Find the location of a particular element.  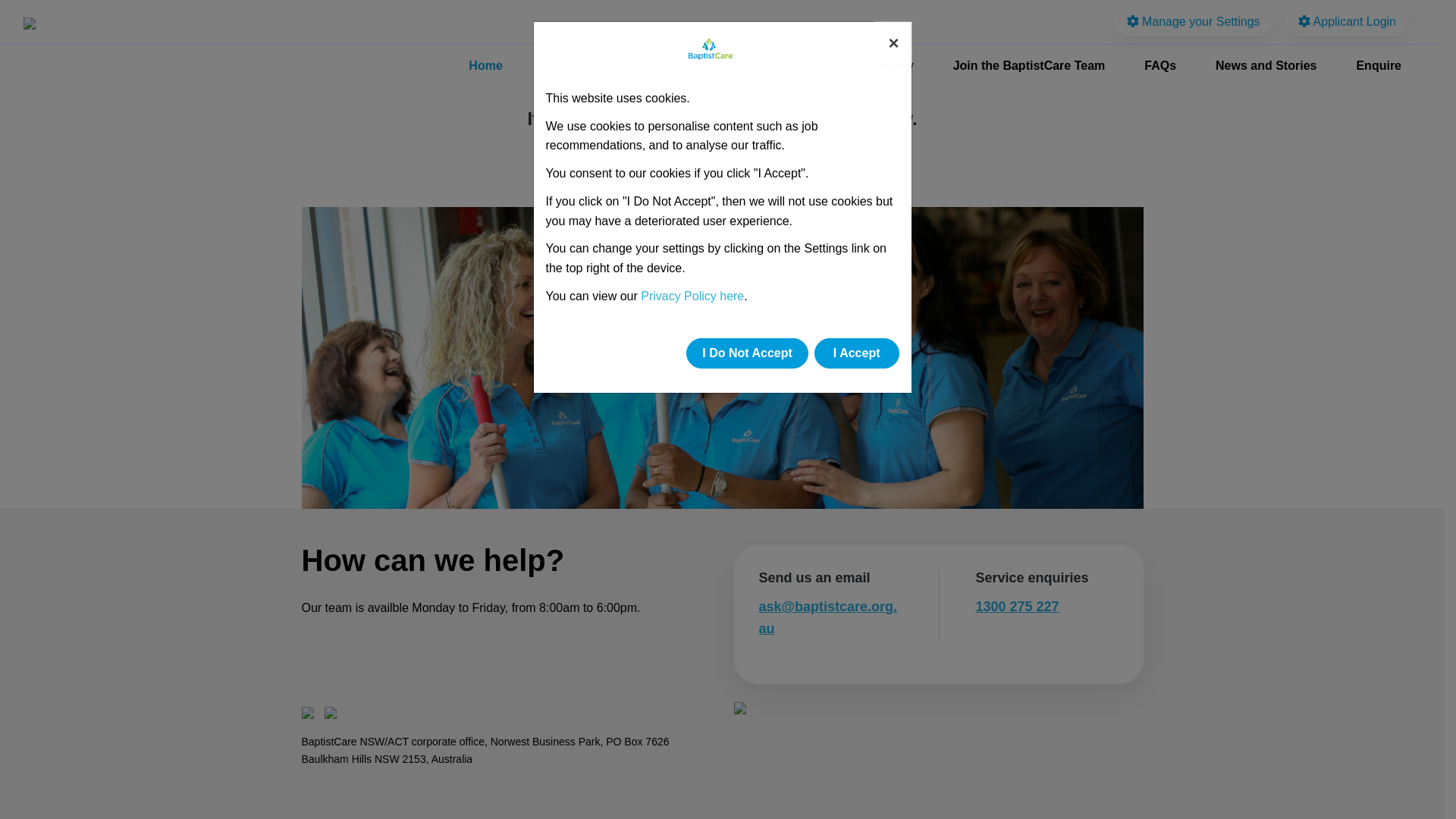

'Privacy Policy here' is located at coordinates (691, 296).